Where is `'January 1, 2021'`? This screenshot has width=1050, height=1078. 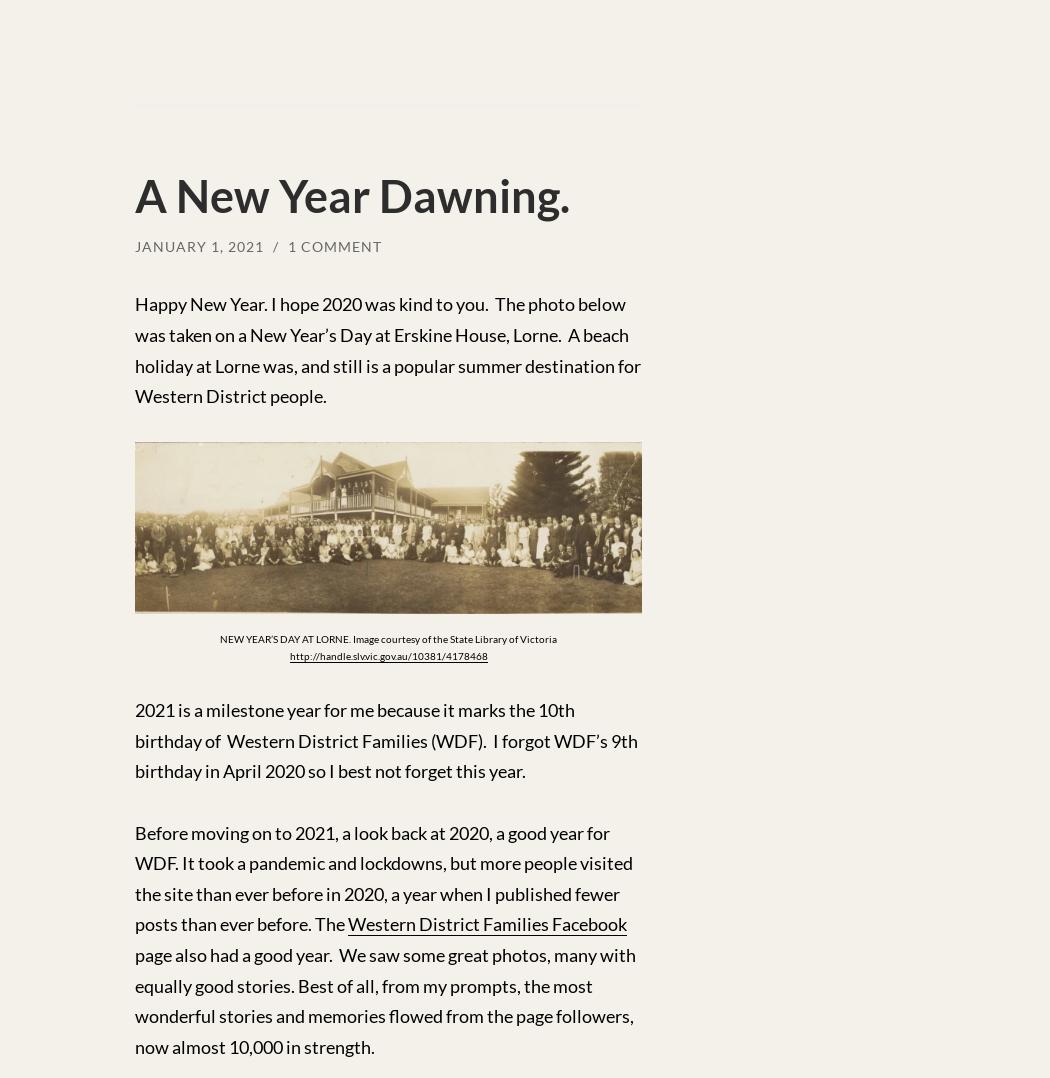 'January 1, 2021' is located at coordinates (198, 244).